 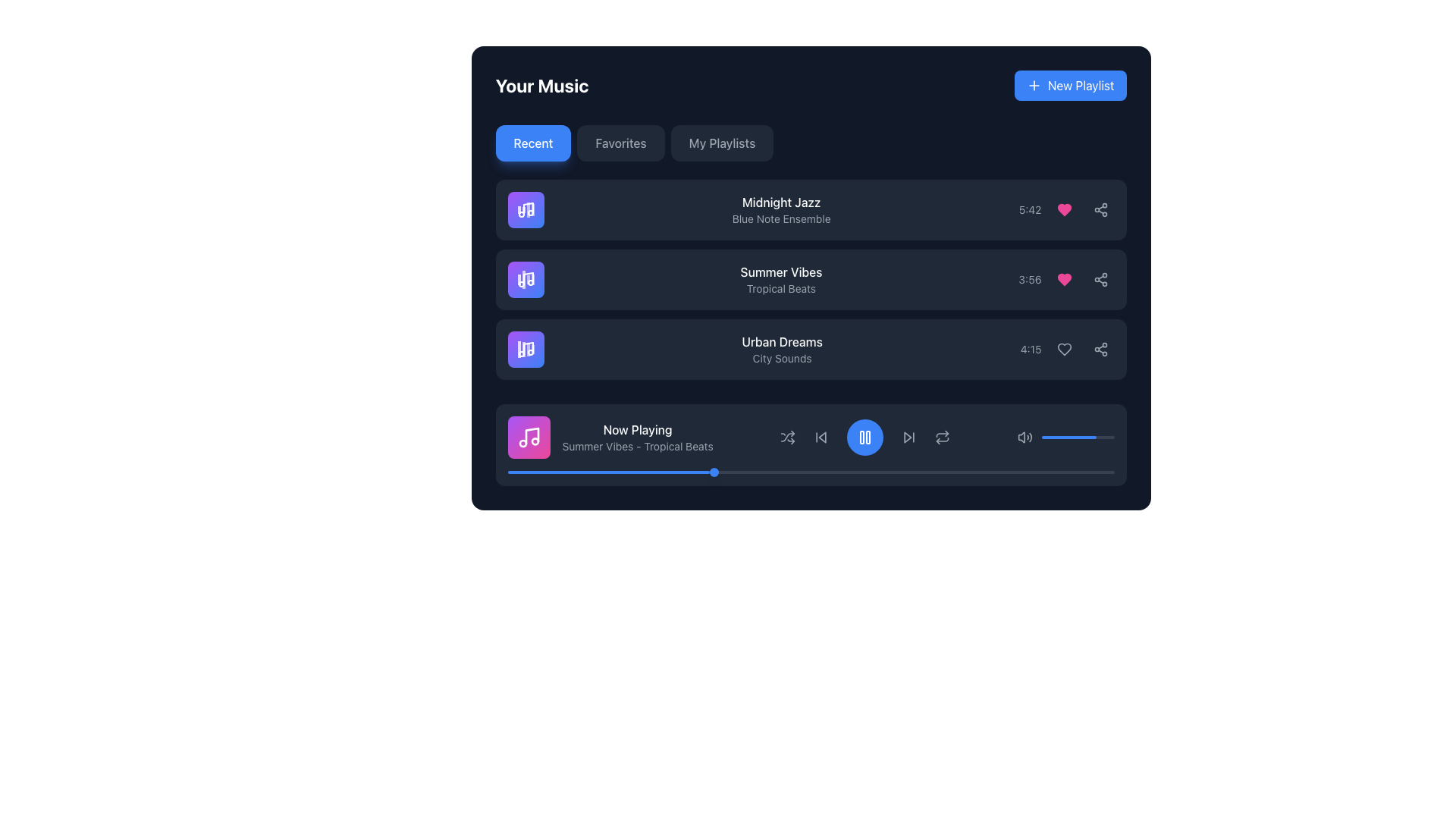 What do you see at coordinates (781, 289) in the screenshot?
I see `the supplementary information text label located directly below the 'Summer Vibes' title` at bounding box center [781, 289].